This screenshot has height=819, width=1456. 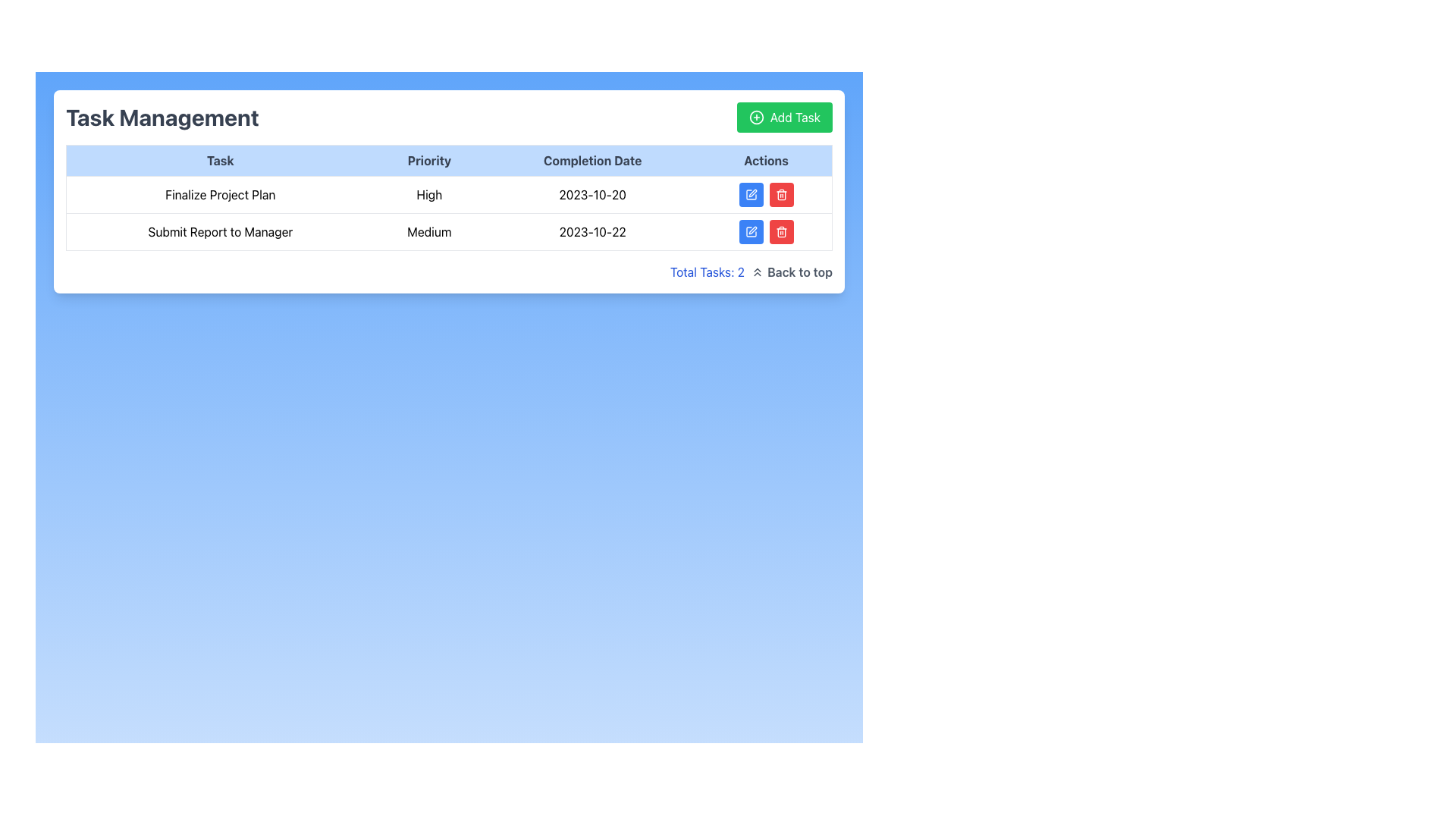 What do you see at coordinates (751, 231) in the screenshot?
I see `the pen icon button located in the Actions column of the second row in the task table` at bounding box center [751, 231].